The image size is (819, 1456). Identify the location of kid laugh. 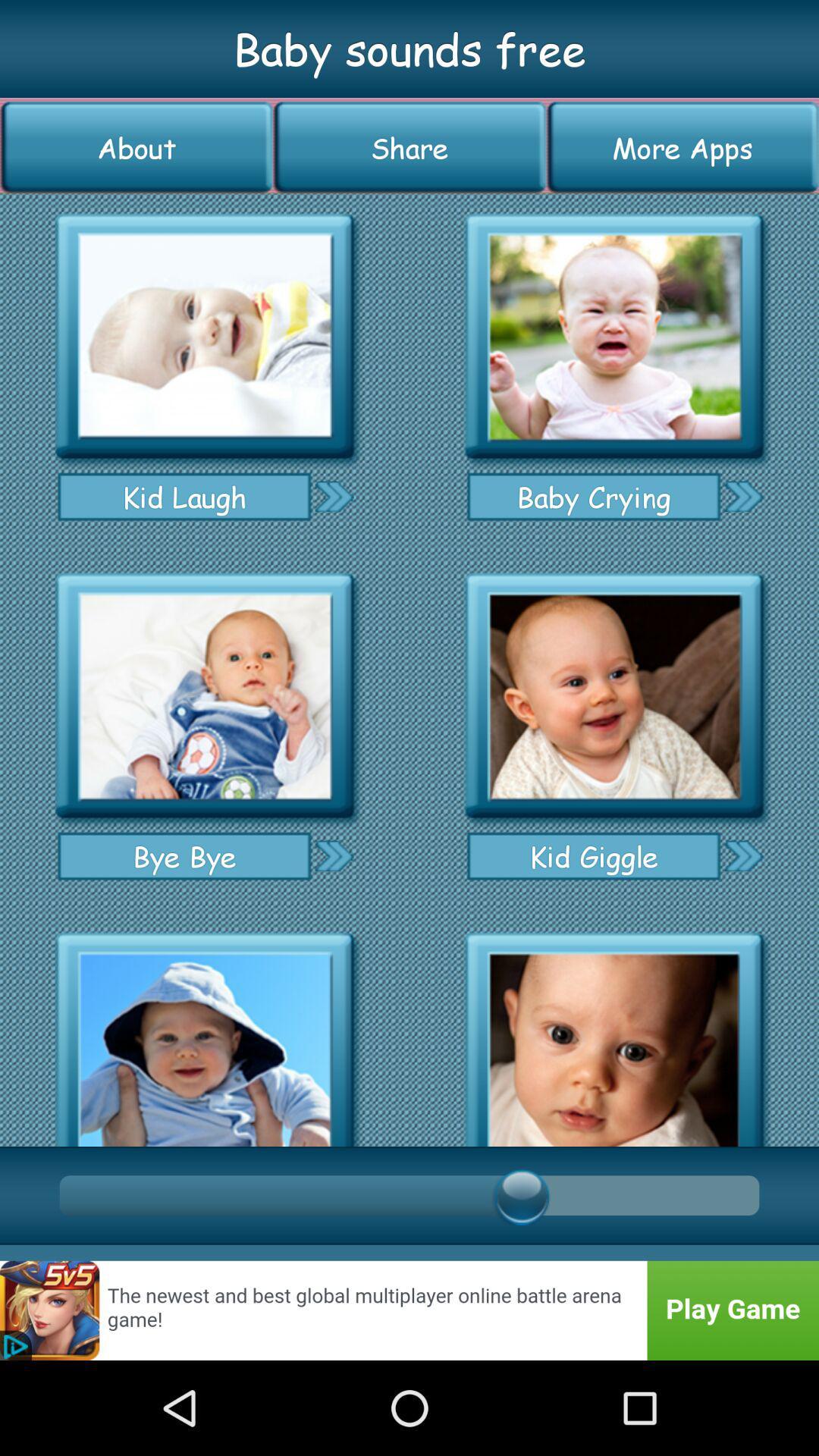
(205, 336).